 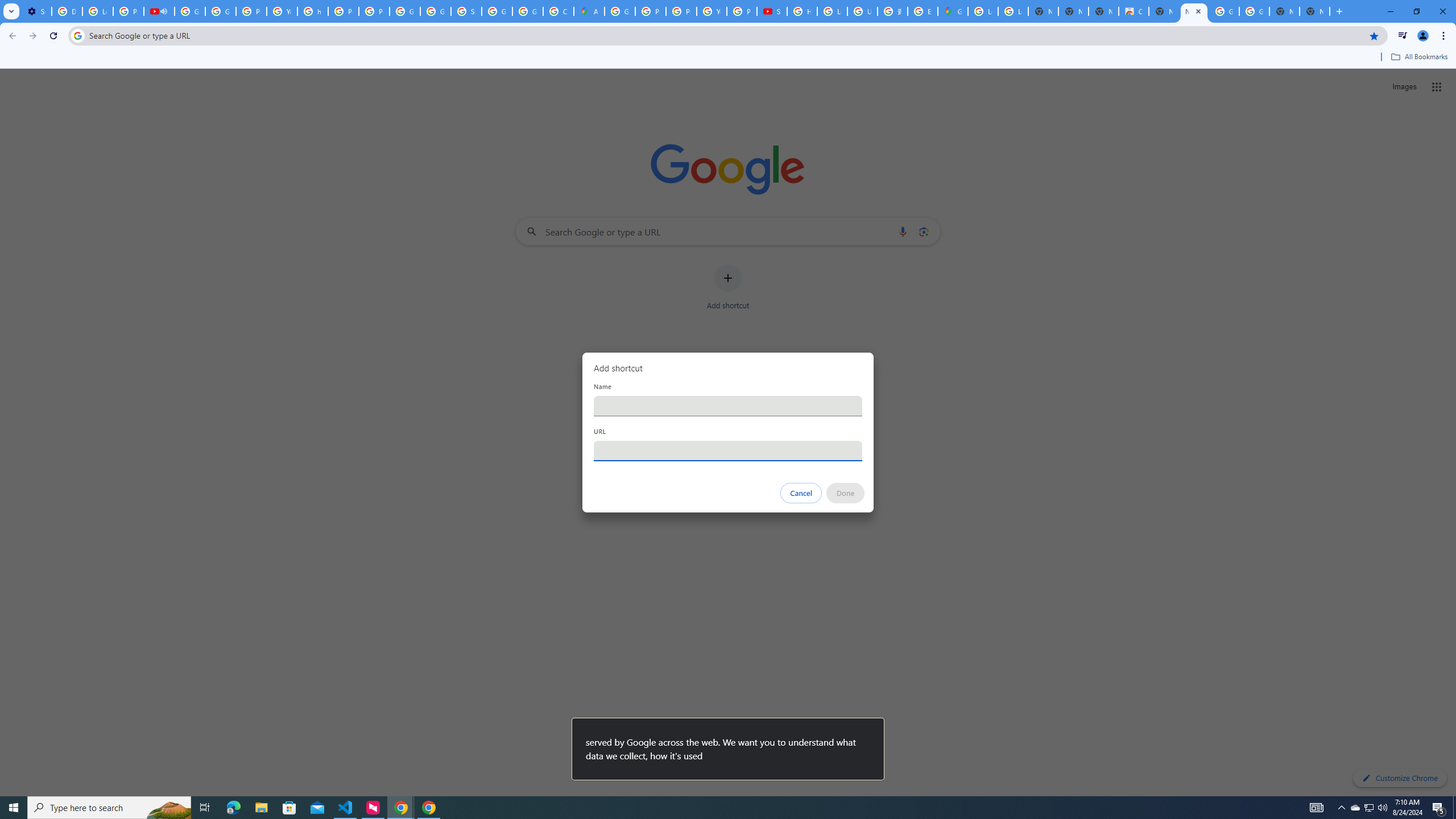 What do you see at coordinates (164, 11) in the screenshot?
I see `'Mute tab'` at bounding box center [164, 11].